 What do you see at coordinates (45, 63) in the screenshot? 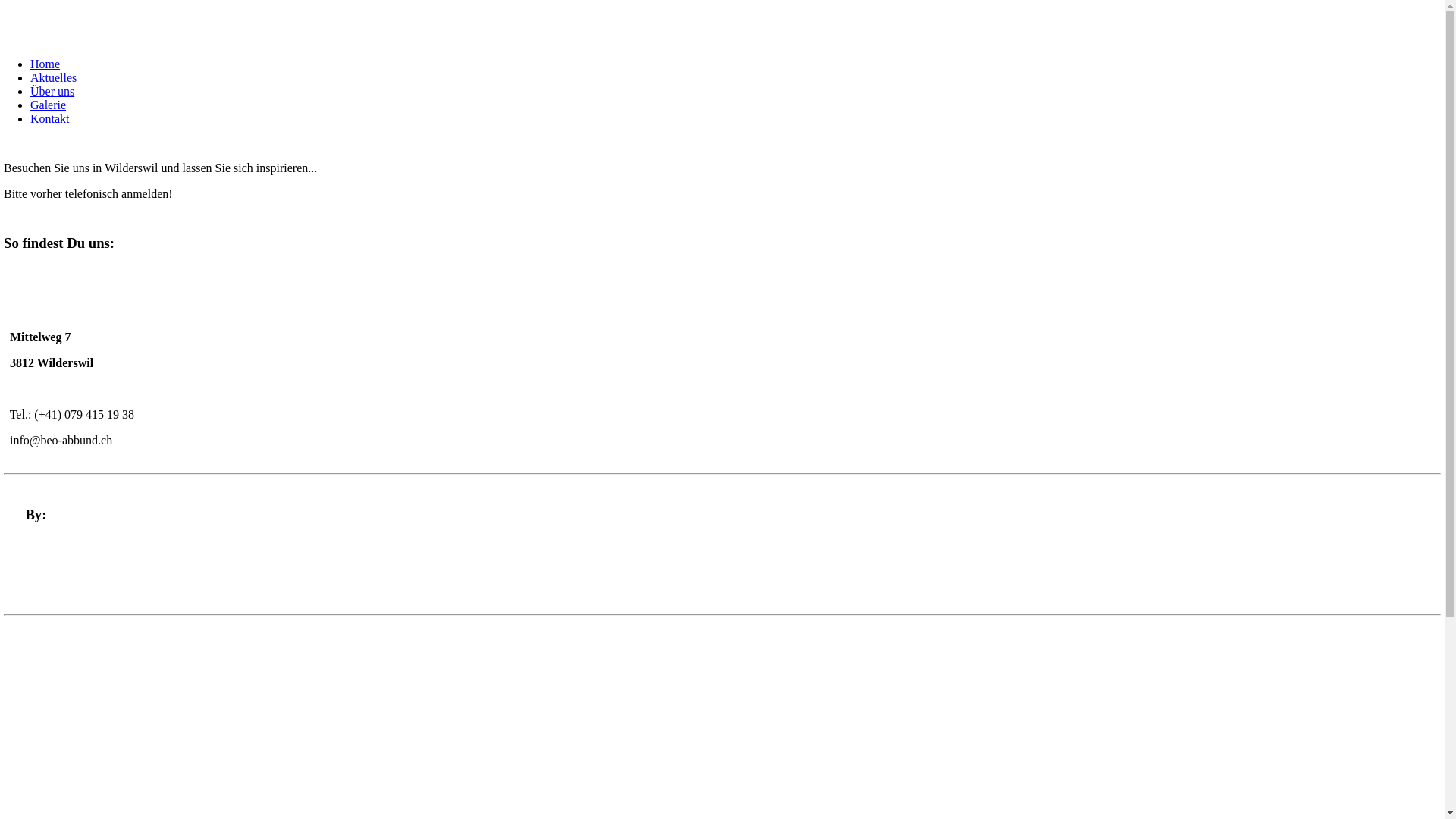
I see `'Home'` at bounding box center [45, 63].